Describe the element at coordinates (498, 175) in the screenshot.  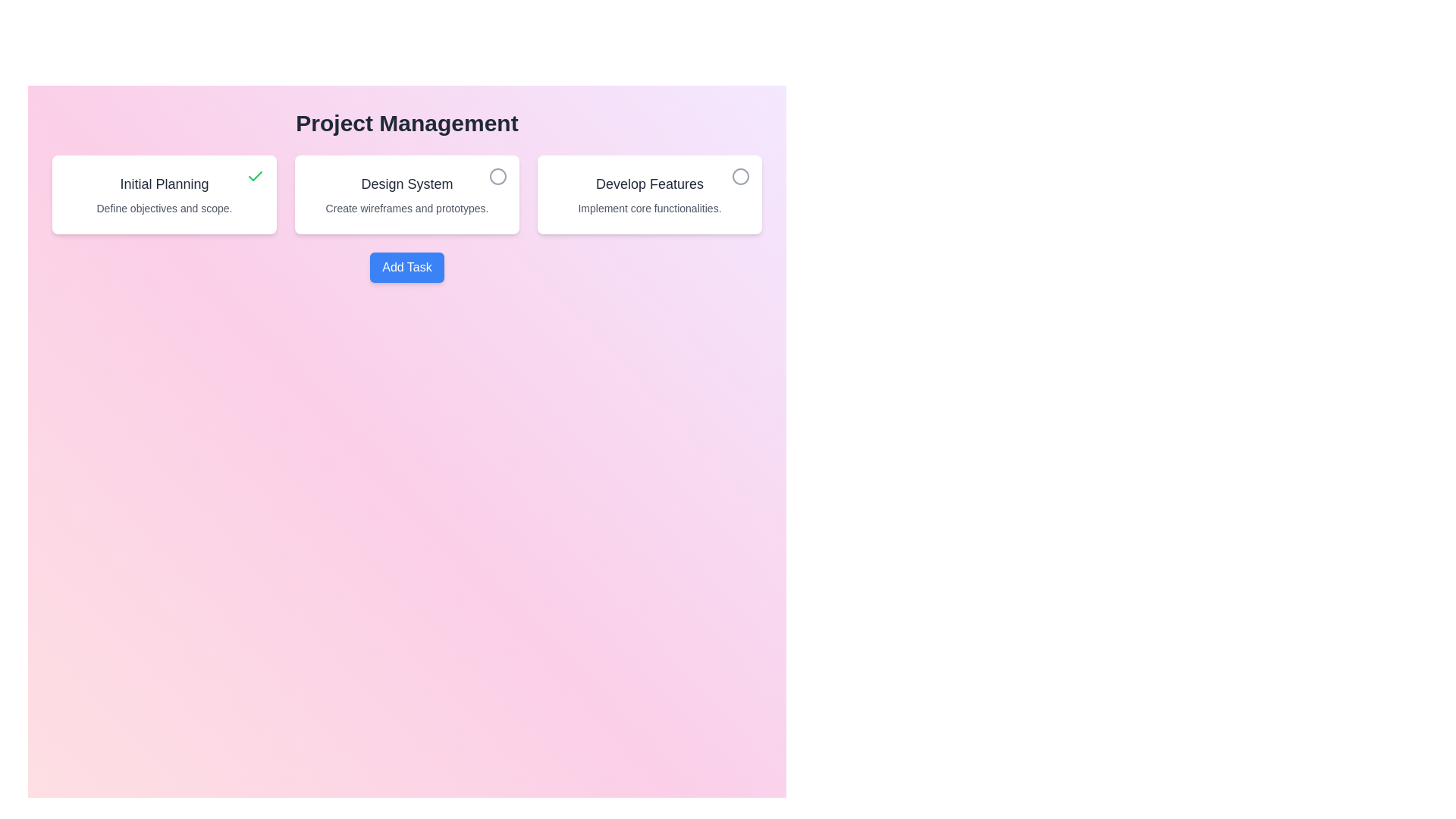
I see `the task identified by its title Design System` at that location.